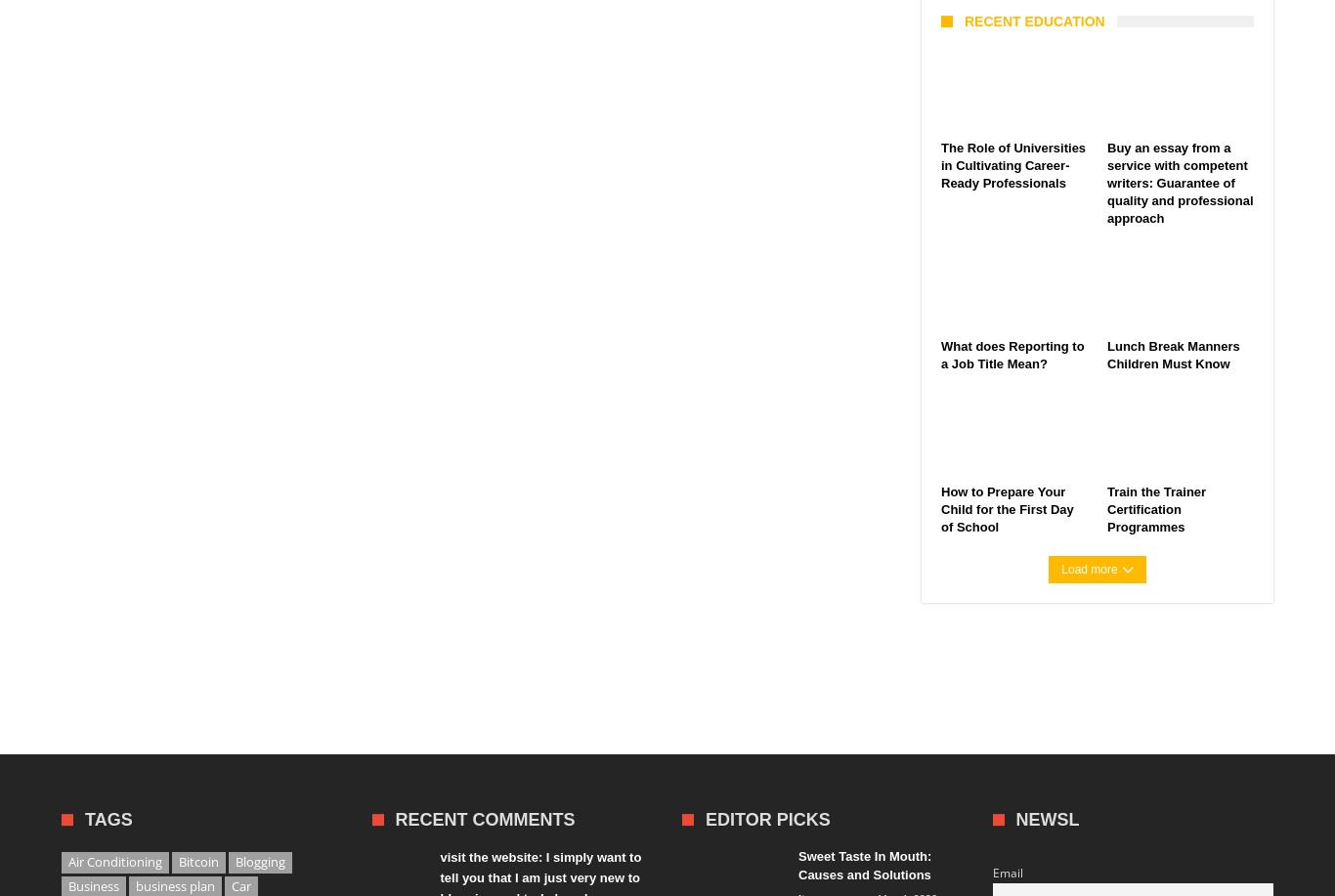 The height and width of the screenshot is (896, 1335). I want to click on 'Car', so click(240, 885).